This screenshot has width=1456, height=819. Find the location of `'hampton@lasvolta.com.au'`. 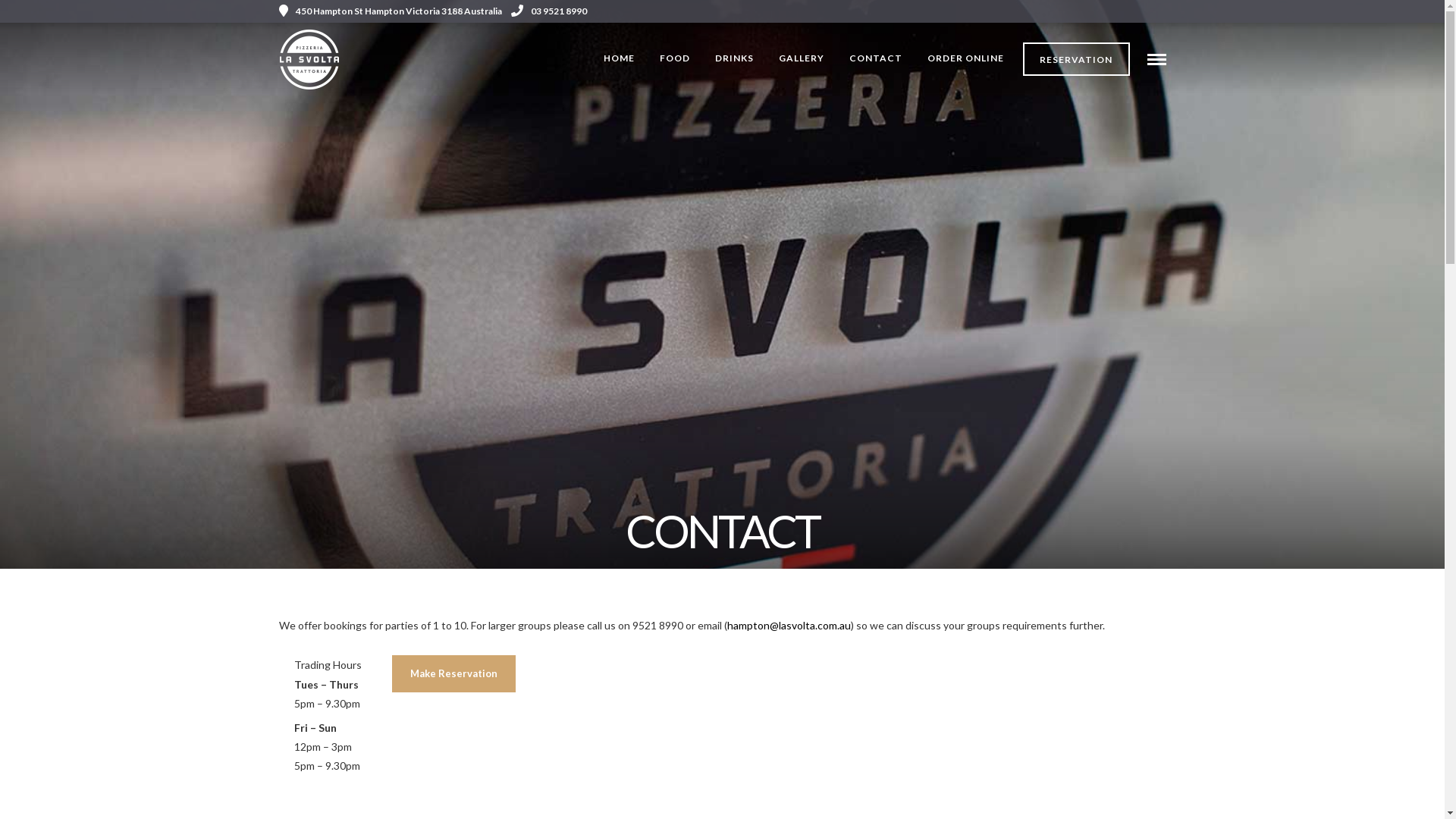

'hampton@lasvolta.com.au' is located at coordinates (726, 625).